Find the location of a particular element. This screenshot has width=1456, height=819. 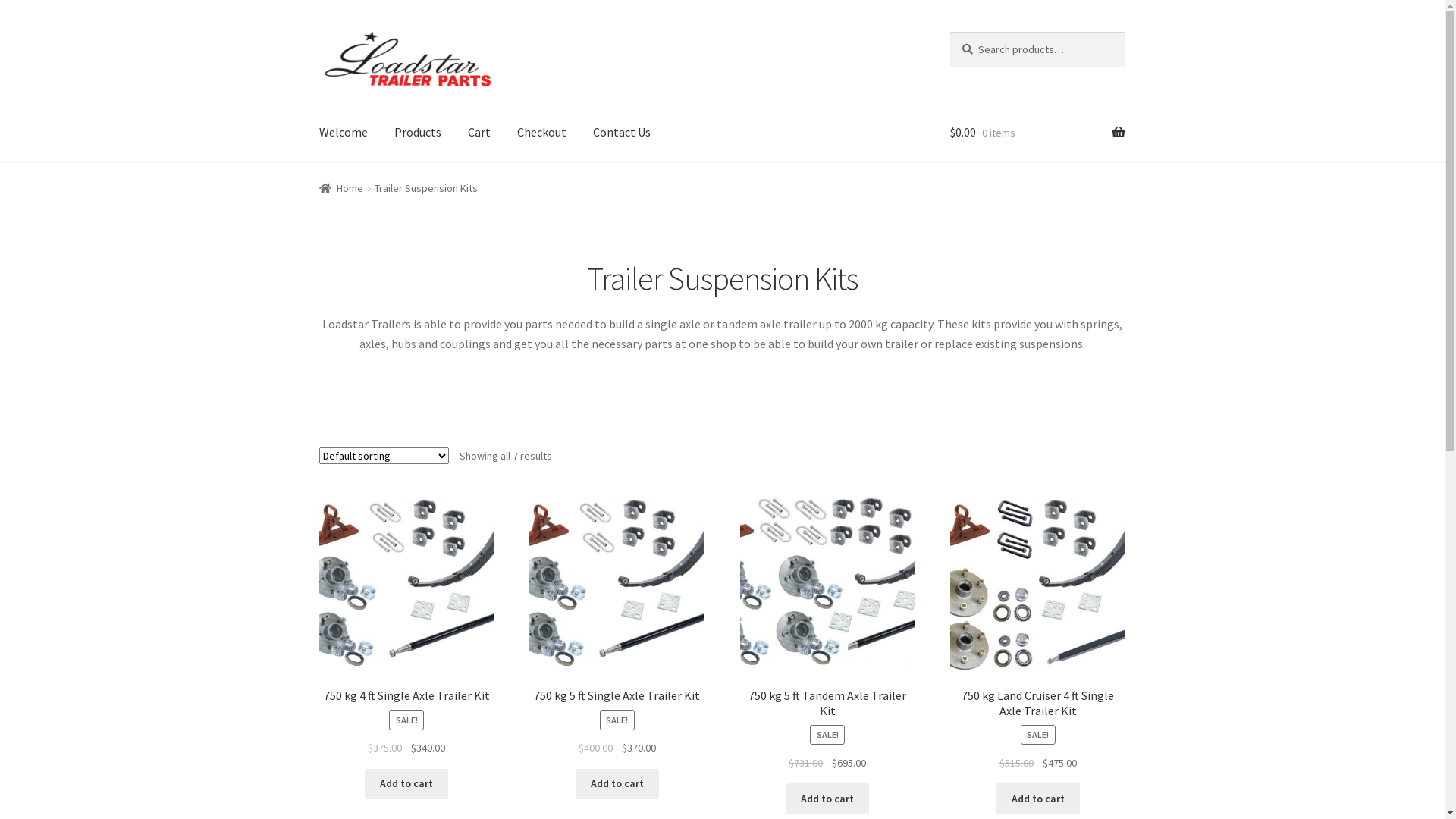

'Contact Us' is located at coordinates (622, 131).